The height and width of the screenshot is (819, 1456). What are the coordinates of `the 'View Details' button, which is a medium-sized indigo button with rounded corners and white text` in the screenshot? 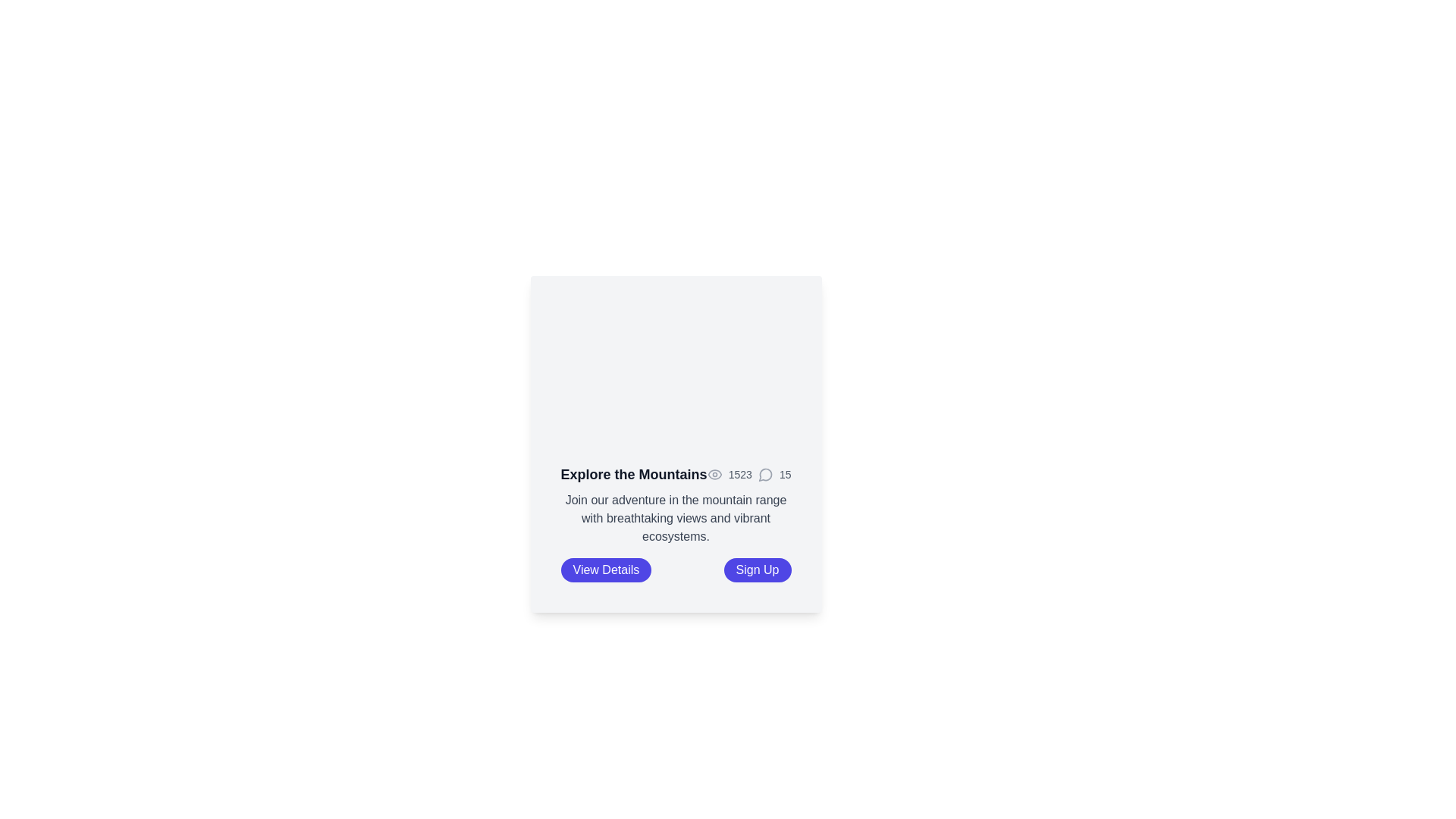 It's located at (605, 570).